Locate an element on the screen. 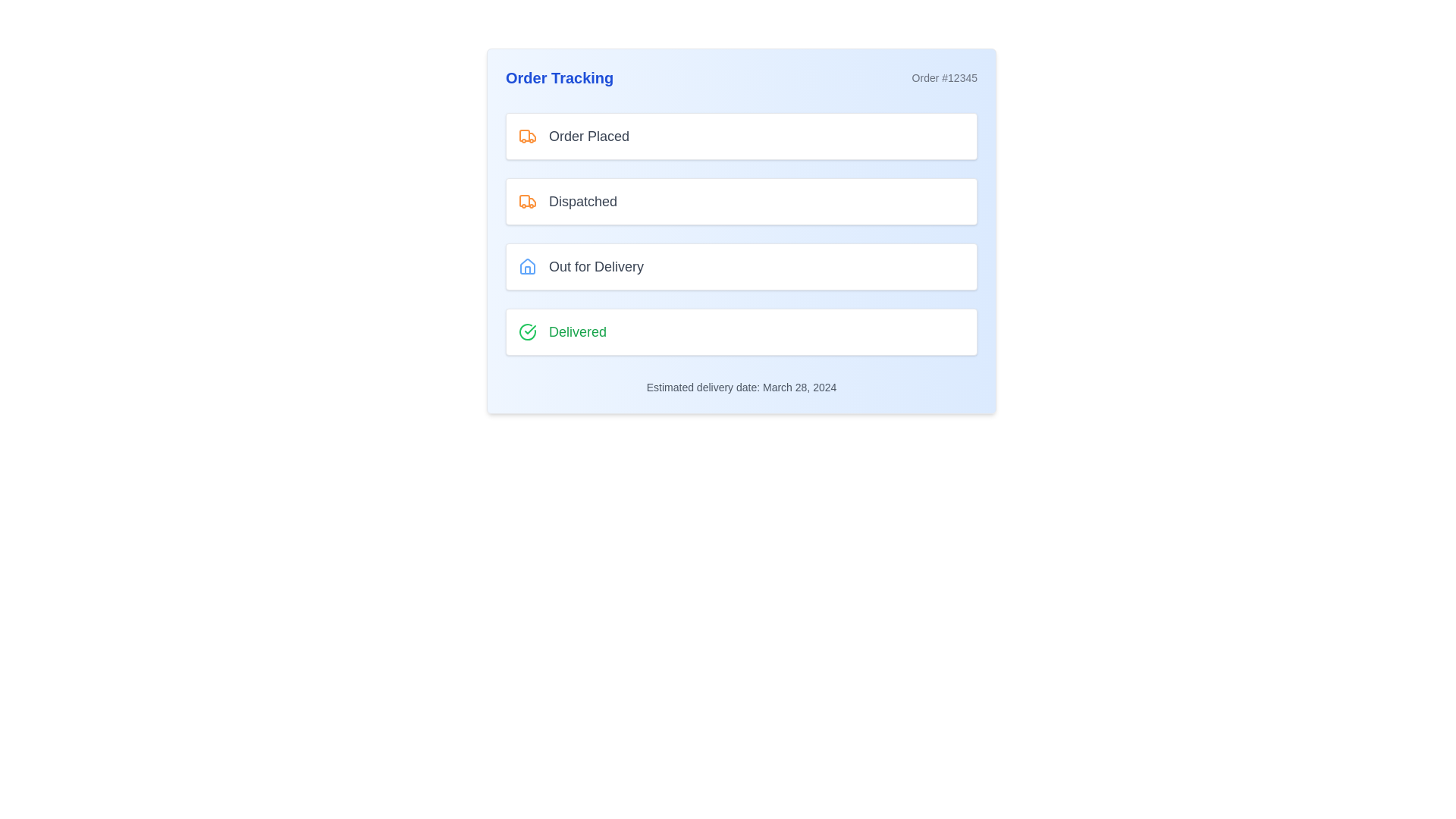 The height and width of the screenshot is (819, 1456). information displayed in the text label that reads 'Estimated delivery date: March 28, 2024', which is styled in light gray and located below the 'Delivered' section of the order tracking card is located at coordinates (742, 386).